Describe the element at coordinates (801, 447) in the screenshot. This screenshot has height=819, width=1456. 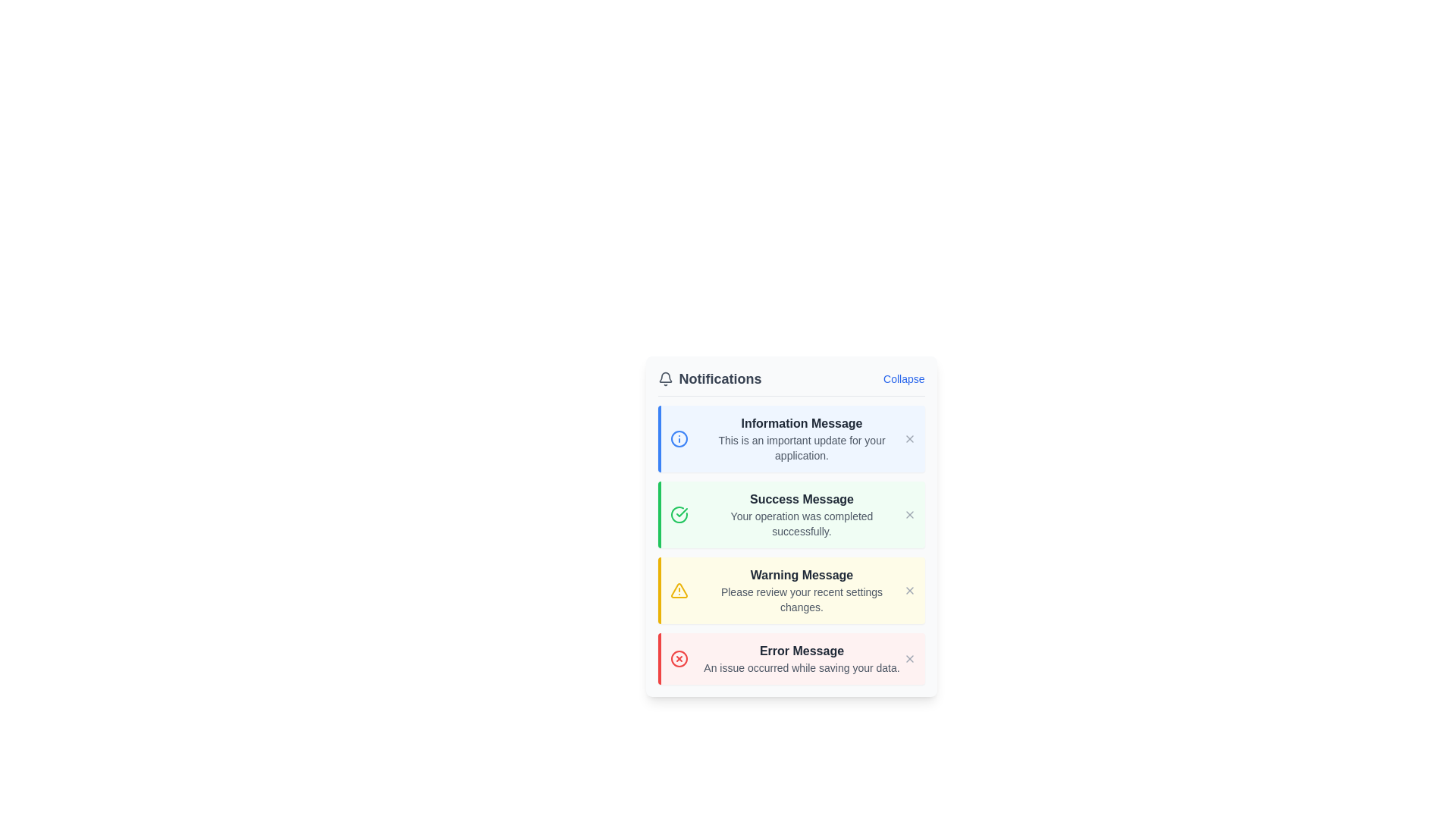
I see `static text field displaying the message 'This is an important update for your application.' which is centrally aligned below the 'Information Message' header` at that location.